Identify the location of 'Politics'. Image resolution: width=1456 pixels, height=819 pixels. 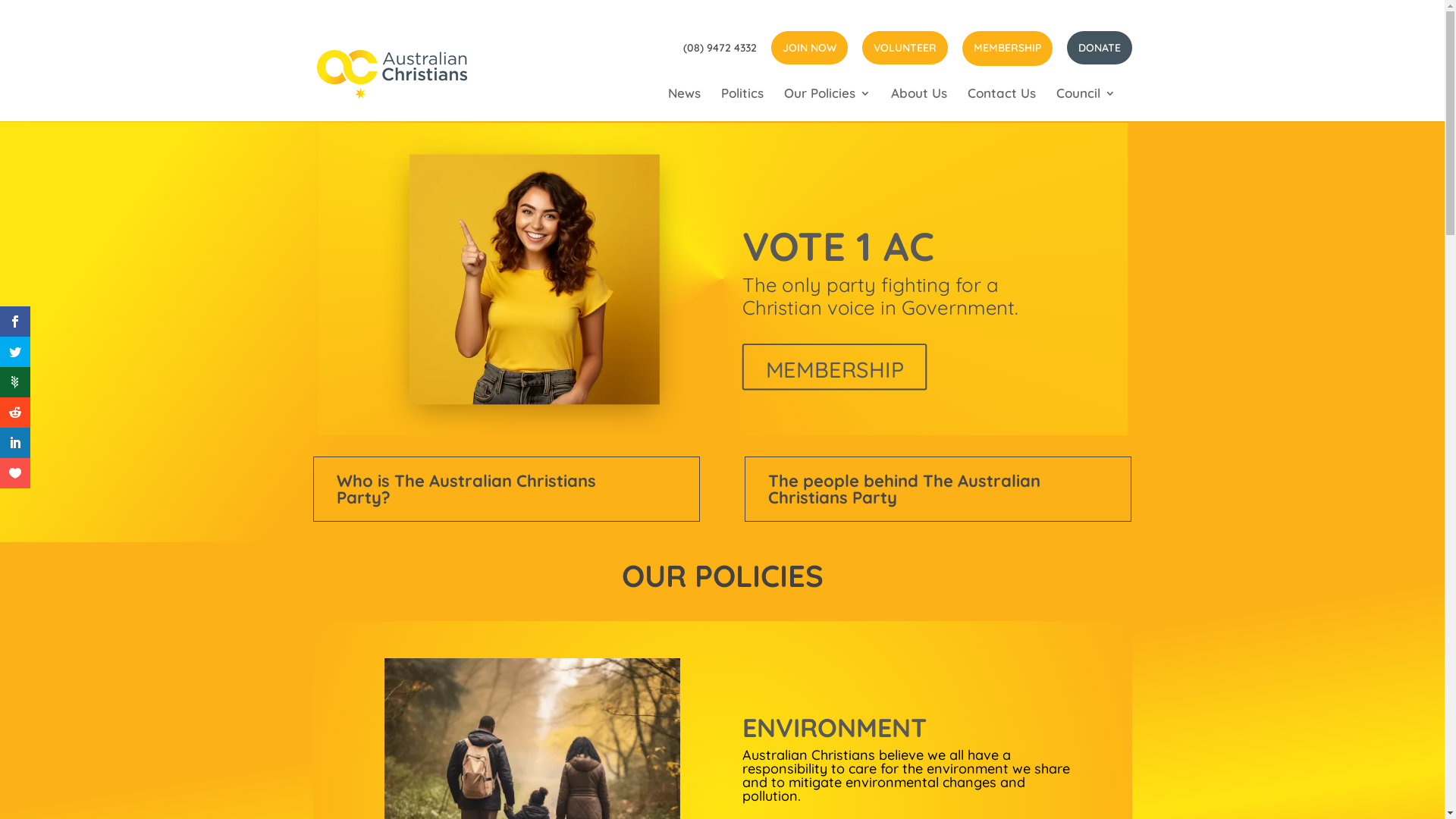
(742, 104).